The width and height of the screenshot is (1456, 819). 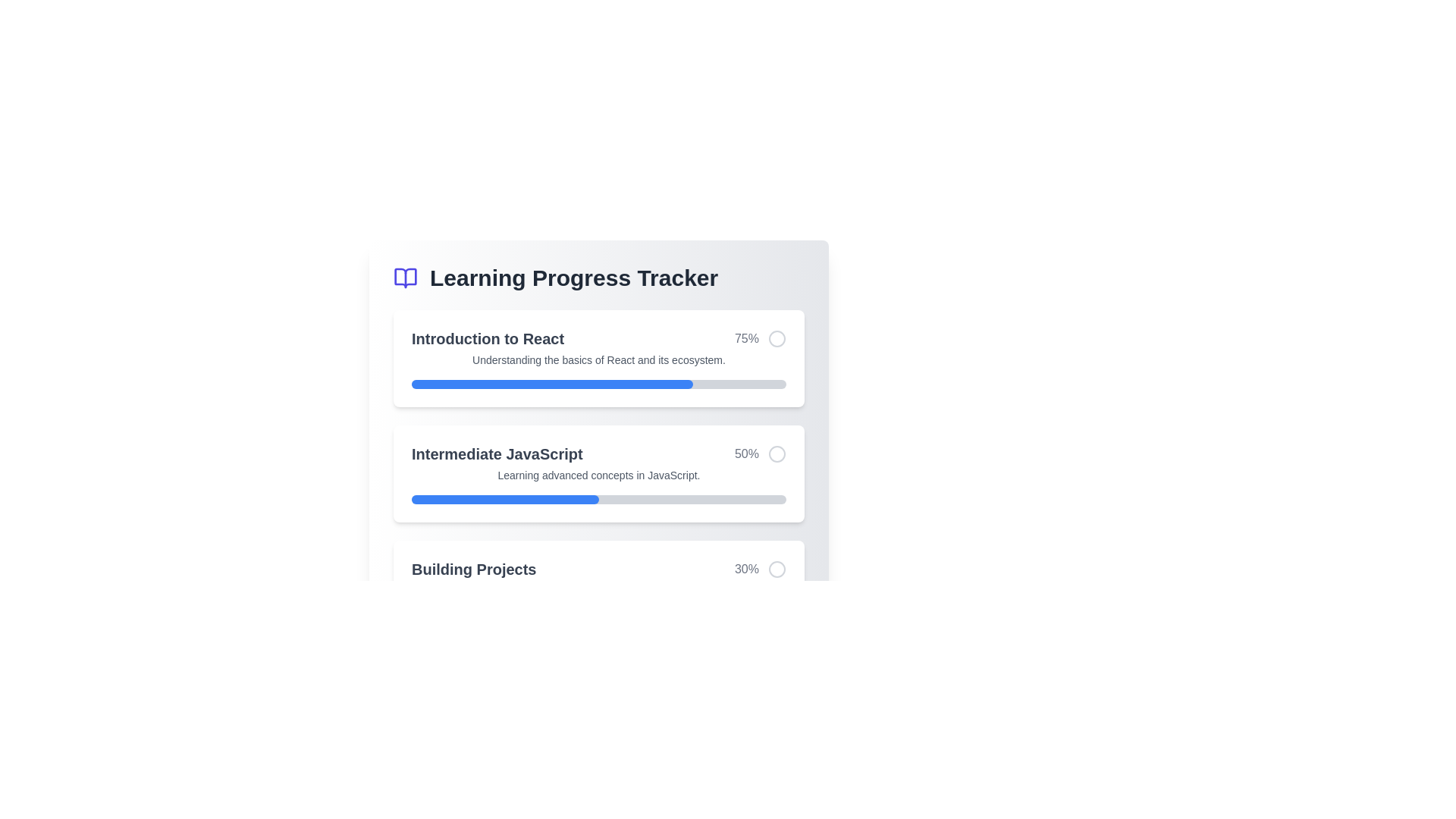 What do you see at coordinates (777, 453) in the screenshot?
I see `icon representing progress tracking located to the right of the 'Intermediate JavaScript' item in the progress tracker interface` at bounding box center [777, 453].